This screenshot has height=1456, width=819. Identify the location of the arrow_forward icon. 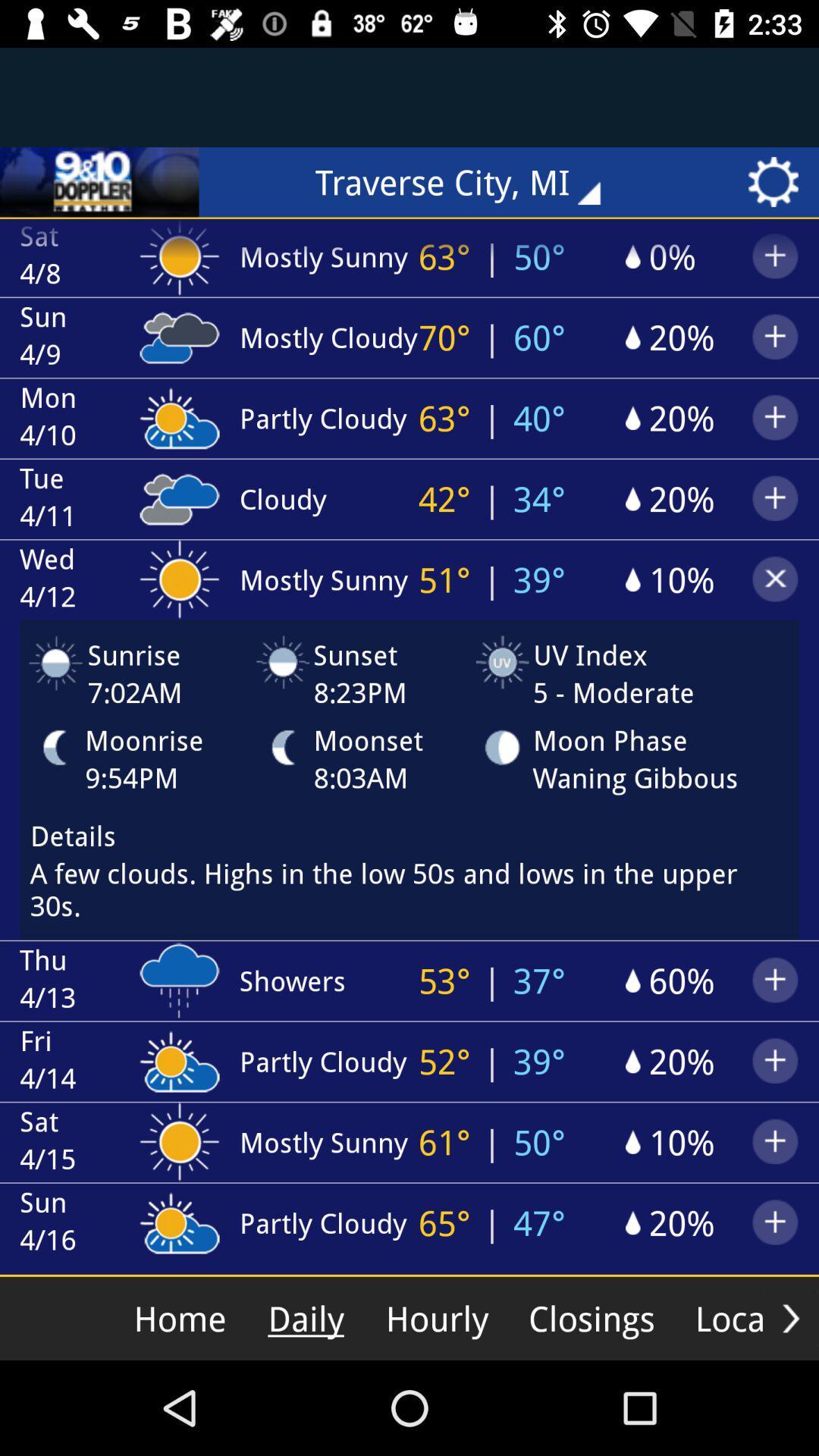
(790, 1317).